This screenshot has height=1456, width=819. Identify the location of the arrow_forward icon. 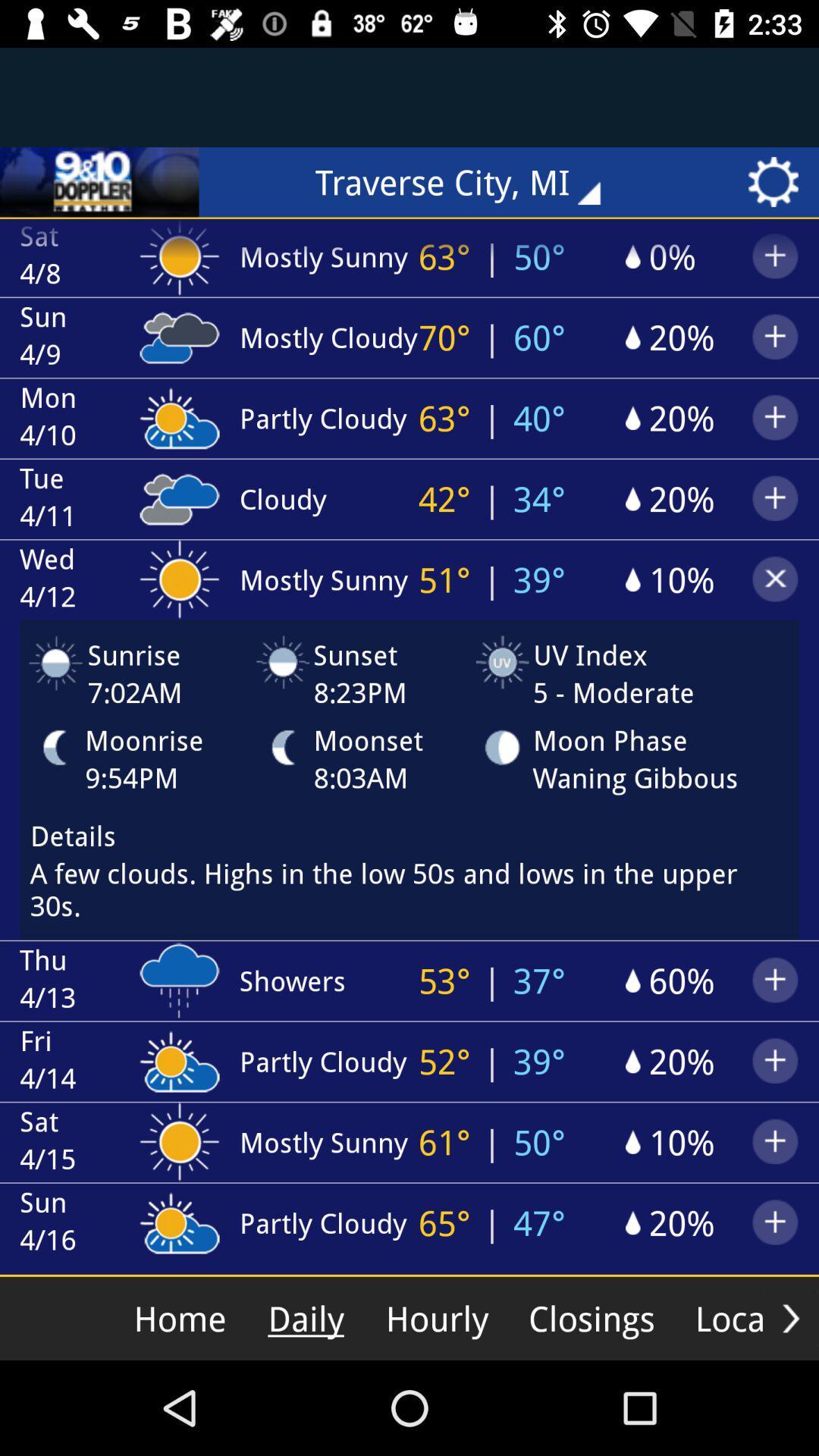
(790, 1317).